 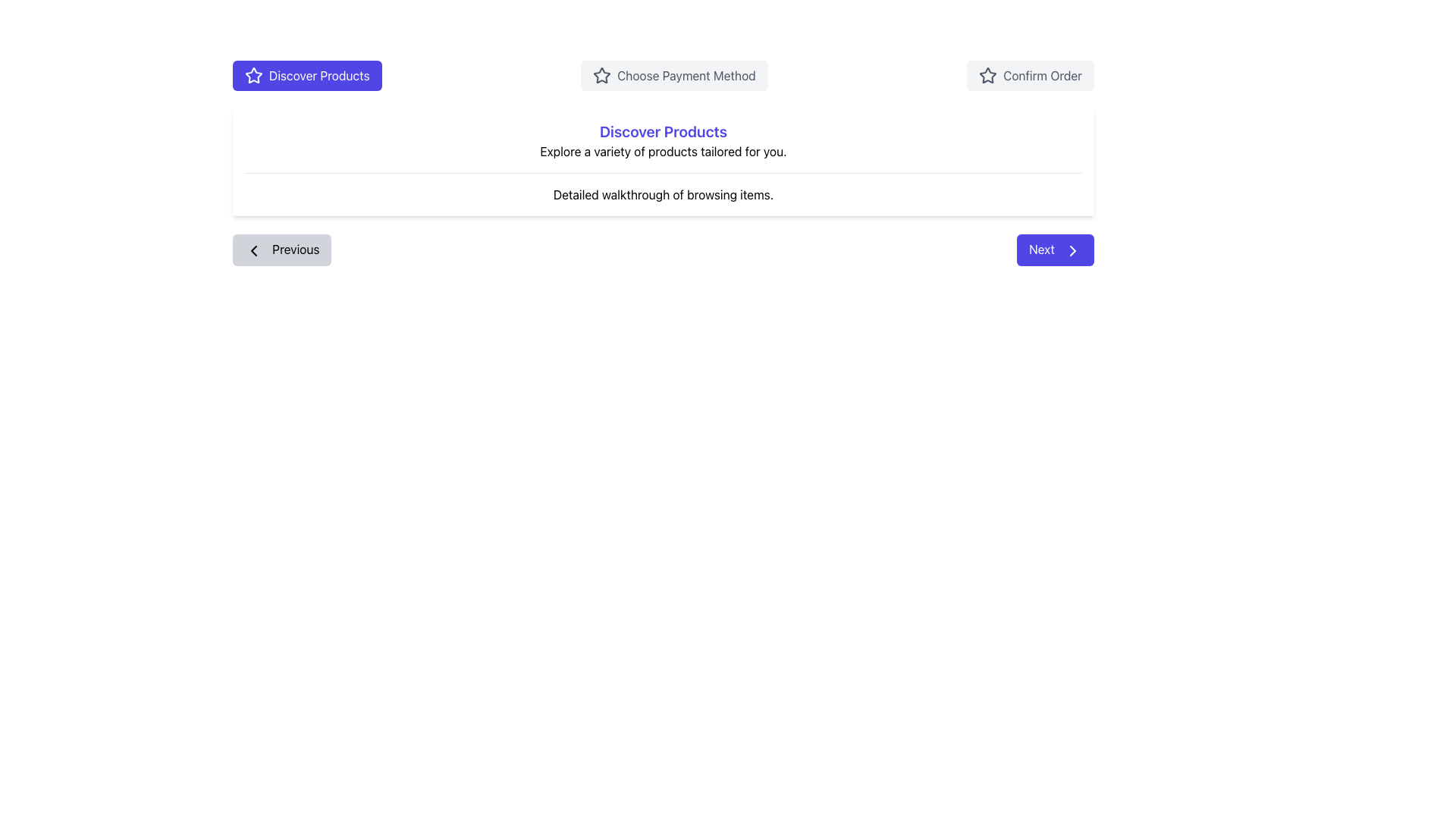 I want to click on the forward action icon located in the 'Next' button at the bottom-right corner of the interface, so click(x=1072, y=249).